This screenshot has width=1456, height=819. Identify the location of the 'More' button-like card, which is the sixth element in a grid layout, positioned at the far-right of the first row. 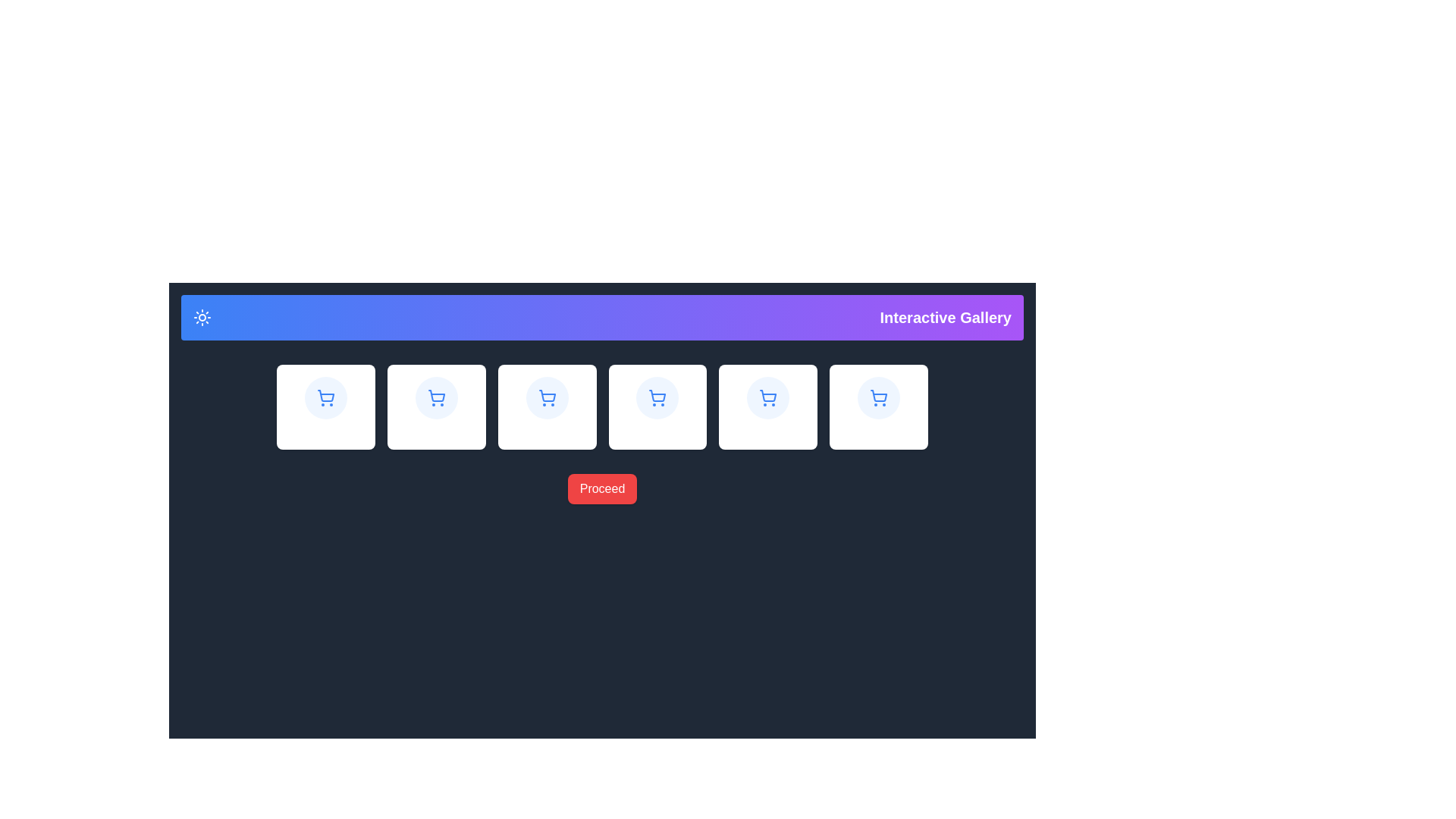
(879, 406).